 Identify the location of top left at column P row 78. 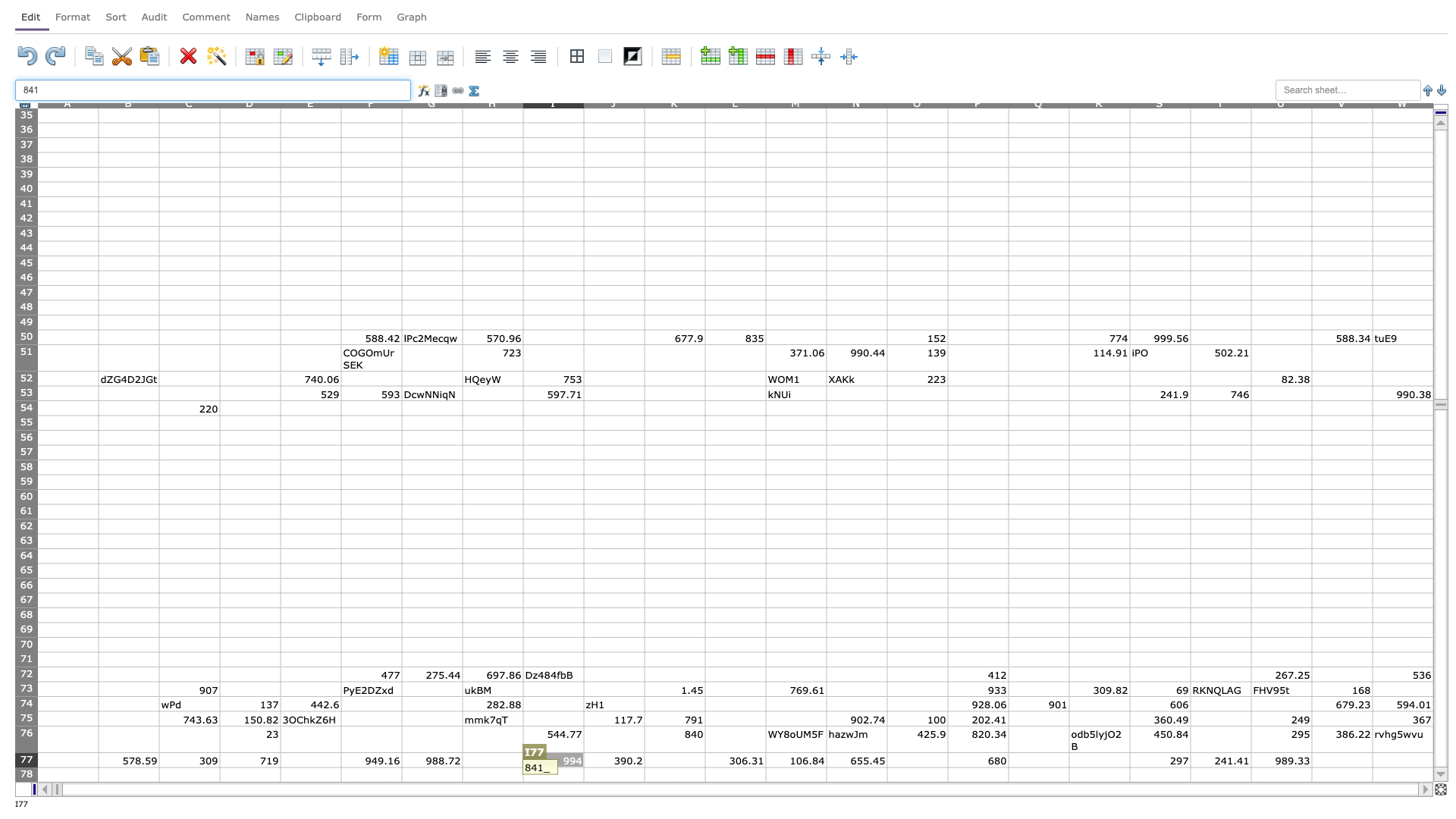
(946, 767).